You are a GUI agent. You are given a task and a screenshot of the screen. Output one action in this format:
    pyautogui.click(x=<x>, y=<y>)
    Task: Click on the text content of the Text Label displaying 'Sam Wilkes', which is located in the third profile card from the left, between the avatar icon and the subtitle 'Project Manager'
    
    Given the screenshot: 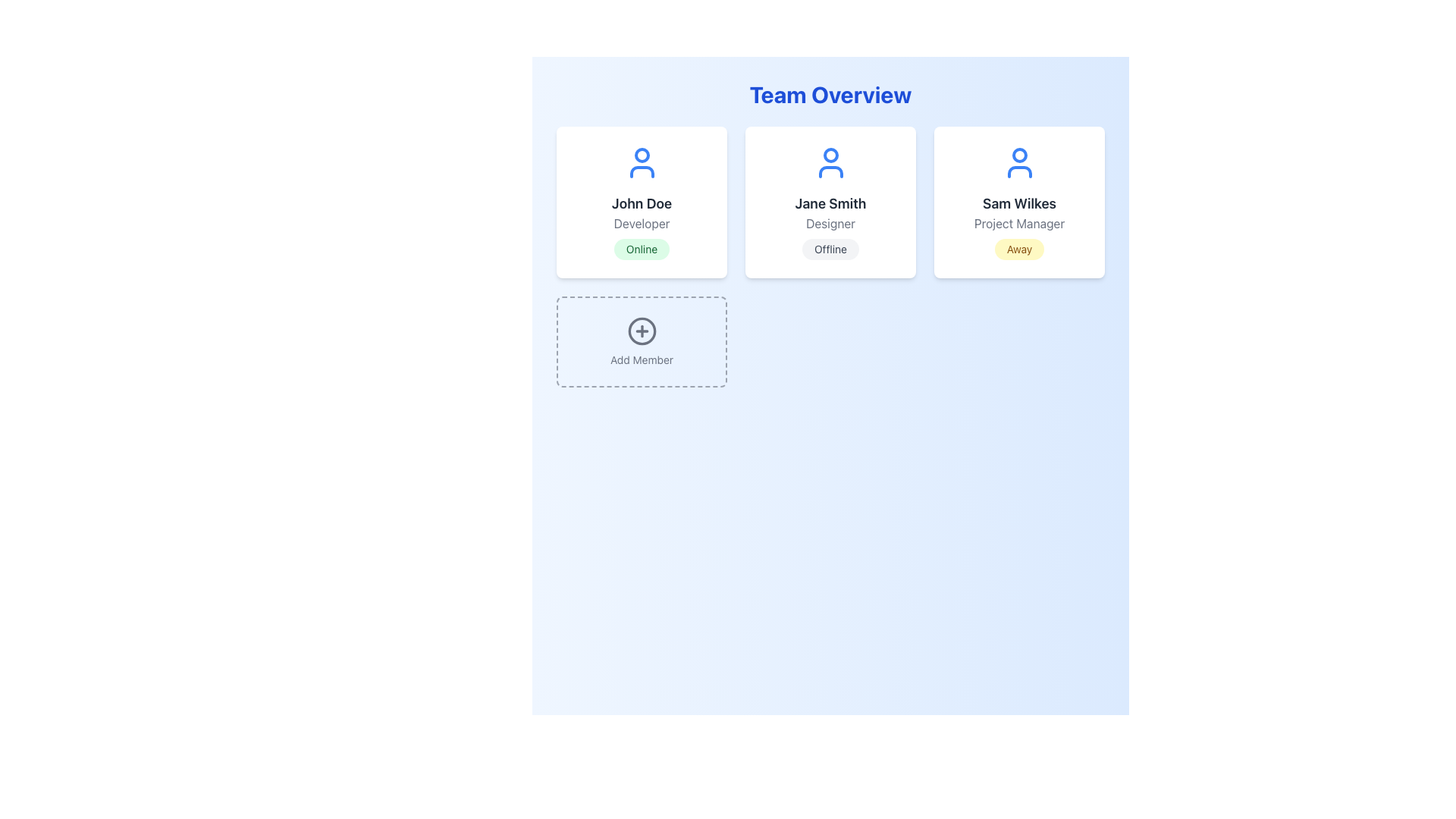 What is the action you would take?
    pyautogui.click(x=1019, y=203)
    